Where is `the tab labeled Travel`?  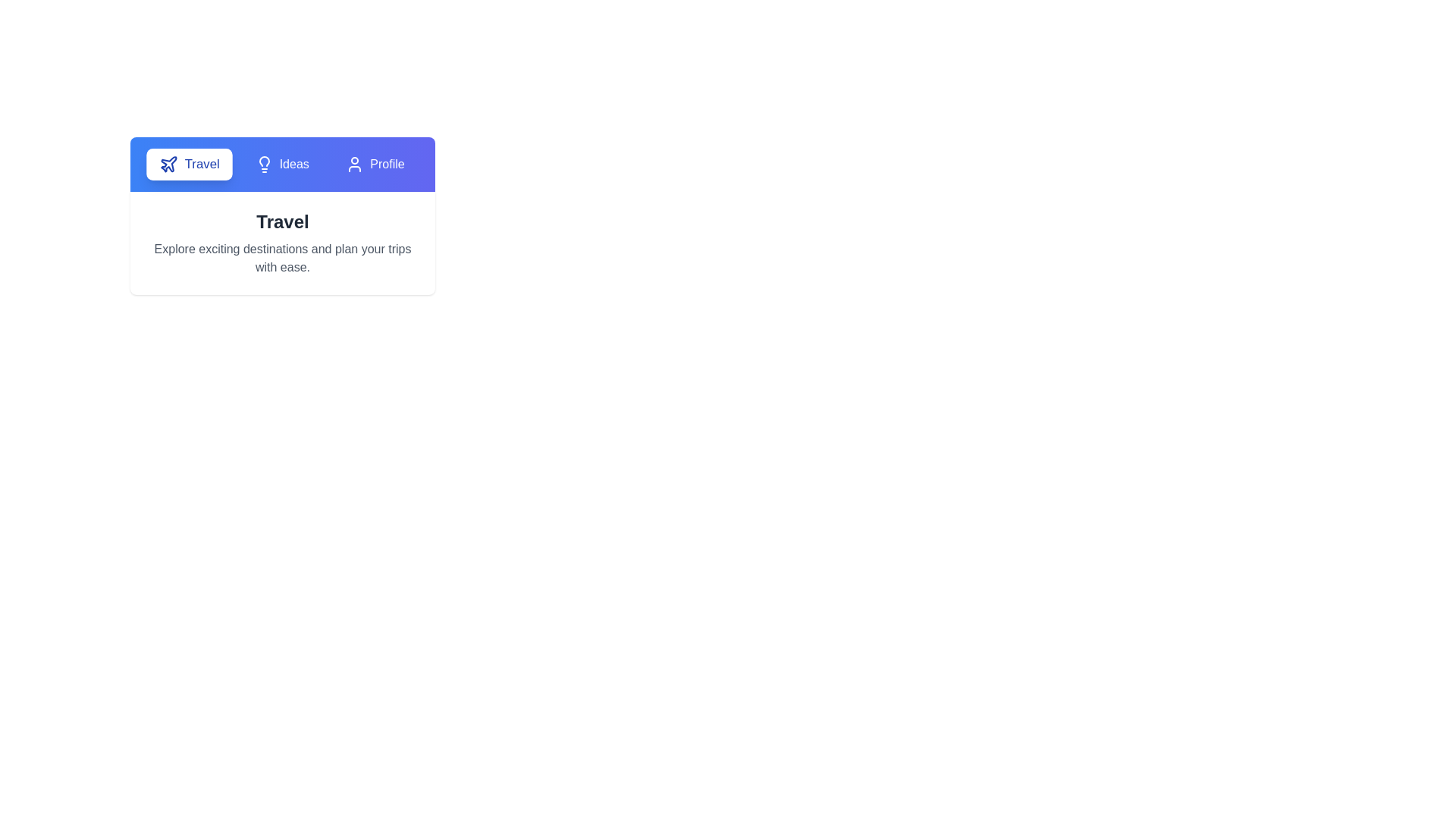
the tab labeled Travel is located at coordinates (188, 164).